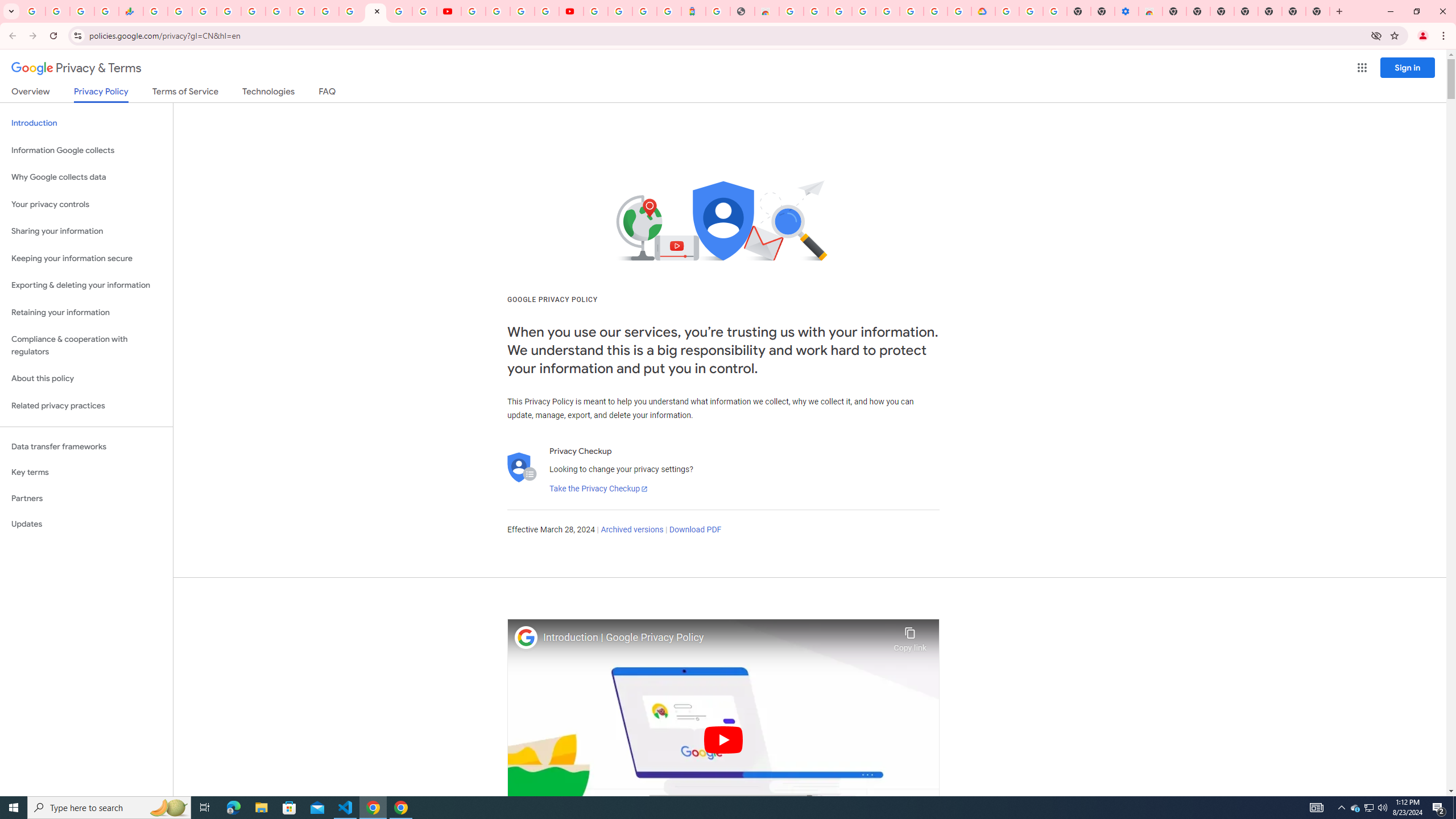 The image size is (1456, 819). I want to click on 'Turn cookies on or off - Computer - Google Account Help', so click(1054, 11).